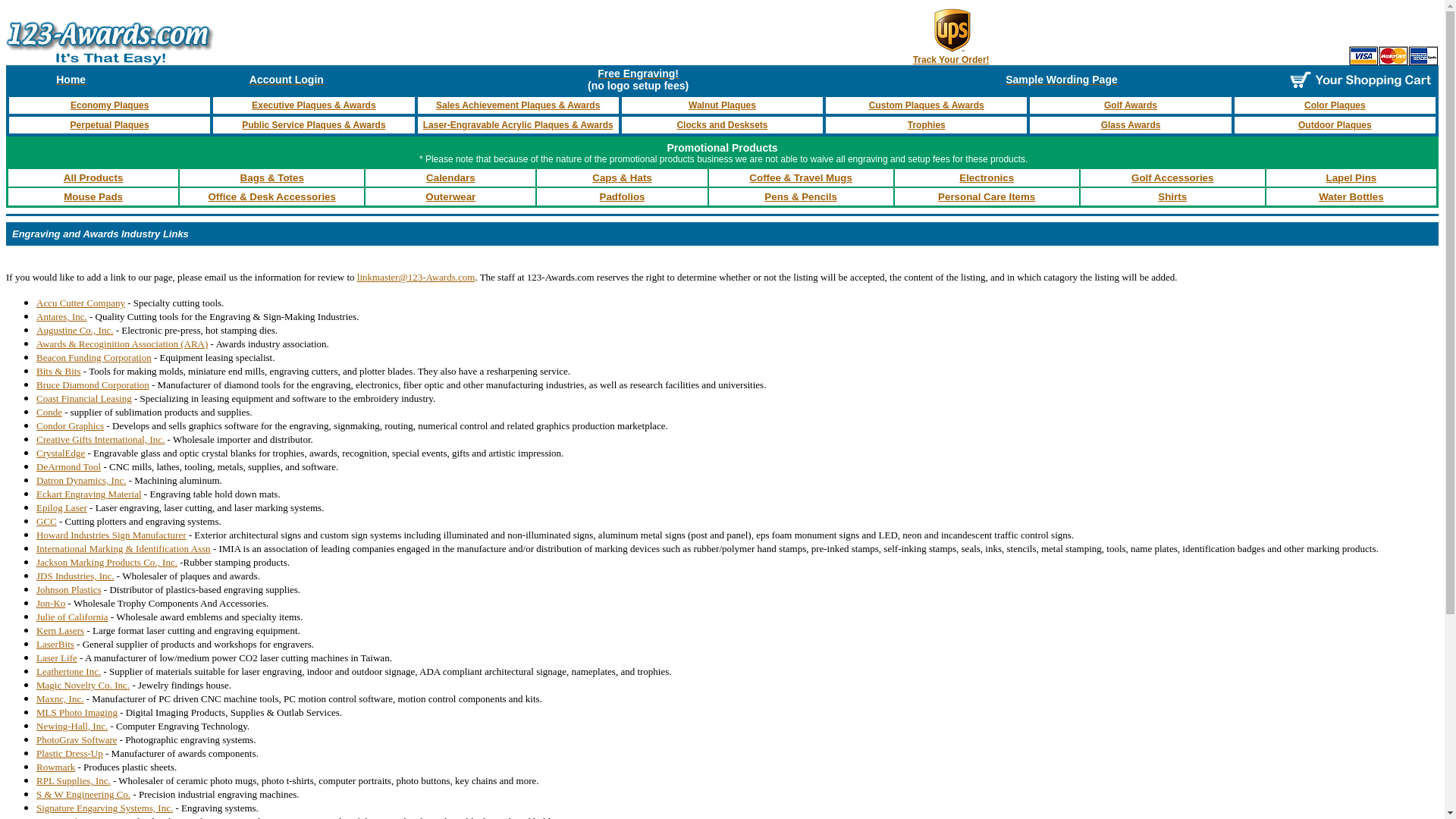 This screenshot has height=819, width=1456. What do you see at coordinates (800, 196) in the screenshot?
I see `'Pens & Pencils'` at bounding box center [800, 196].